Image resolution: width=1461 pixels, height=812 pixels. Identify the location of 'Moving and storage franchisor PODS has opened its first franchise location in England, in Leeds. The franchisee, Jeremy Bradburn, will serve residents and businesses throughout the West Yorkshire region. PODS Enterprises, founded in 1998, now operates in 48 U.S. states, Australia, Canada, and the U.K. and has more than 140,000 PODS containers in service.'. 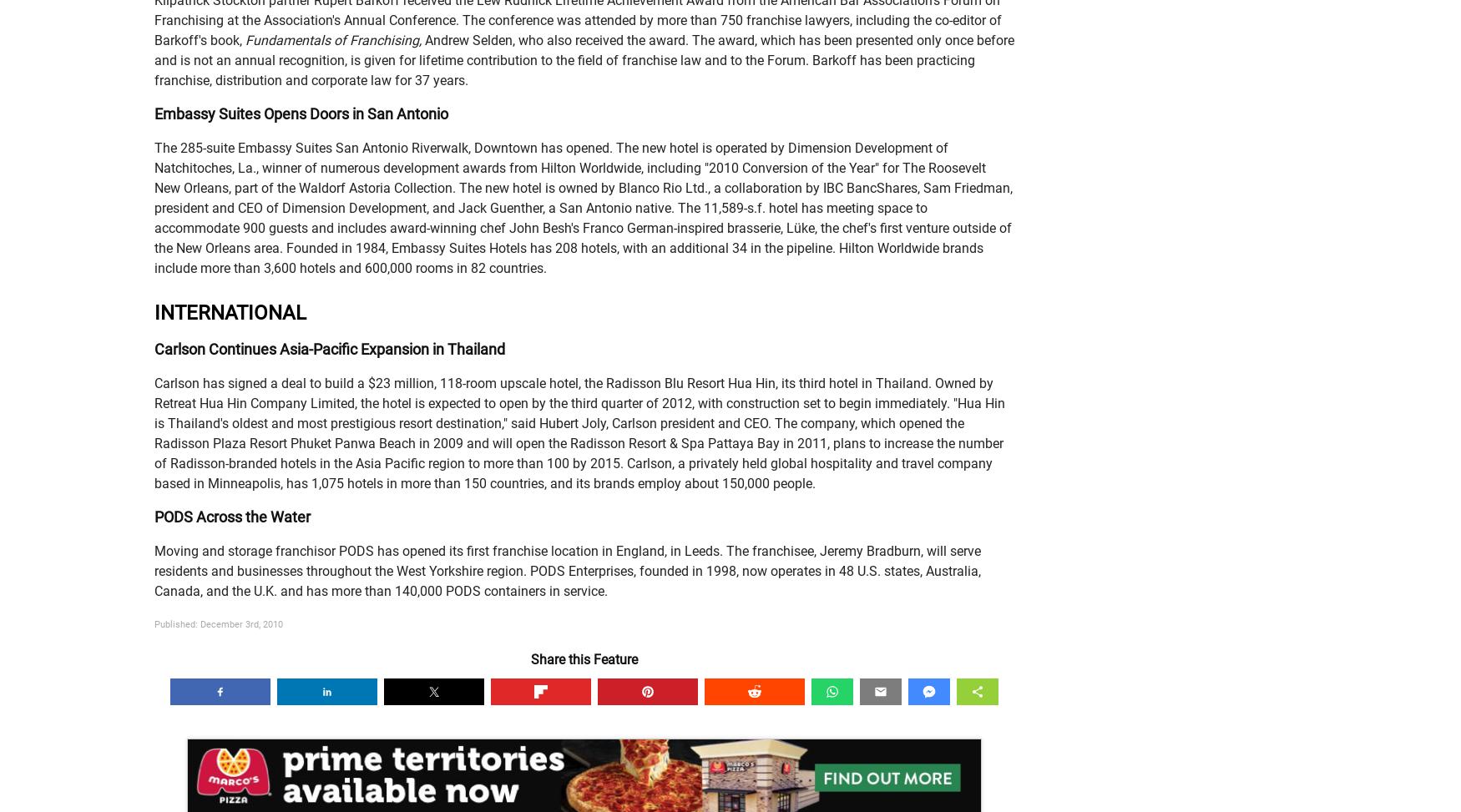
(153, 570).